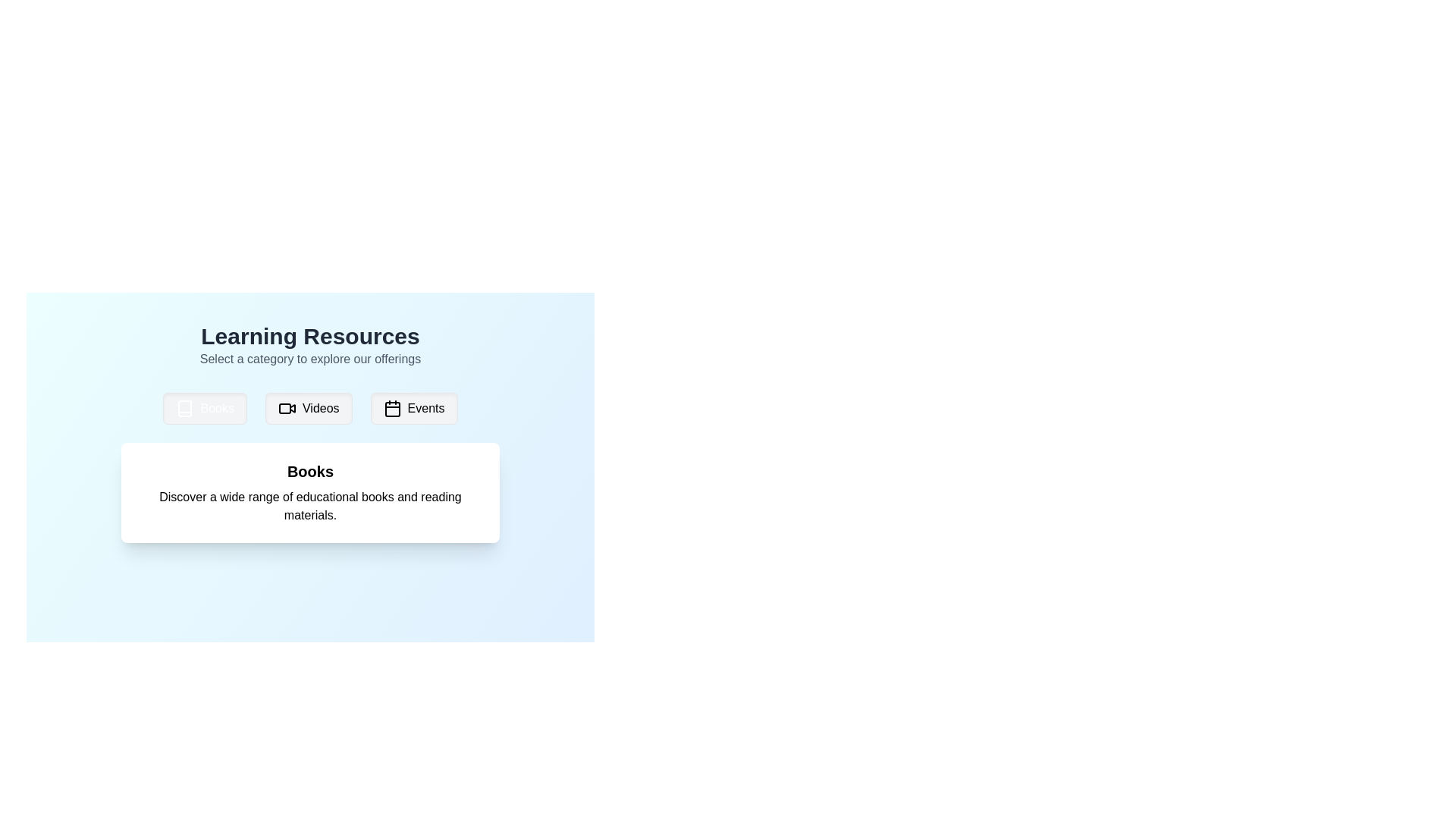  What do you see at coordinates (287, 408) in the screenshot?
I see `the video icon represented by a rectangle with a triangular play button, located in the center of the button labeled 'Videos', which is in the middle of three buttons under 'Learning Resources'` at bounding box center [287, 408].